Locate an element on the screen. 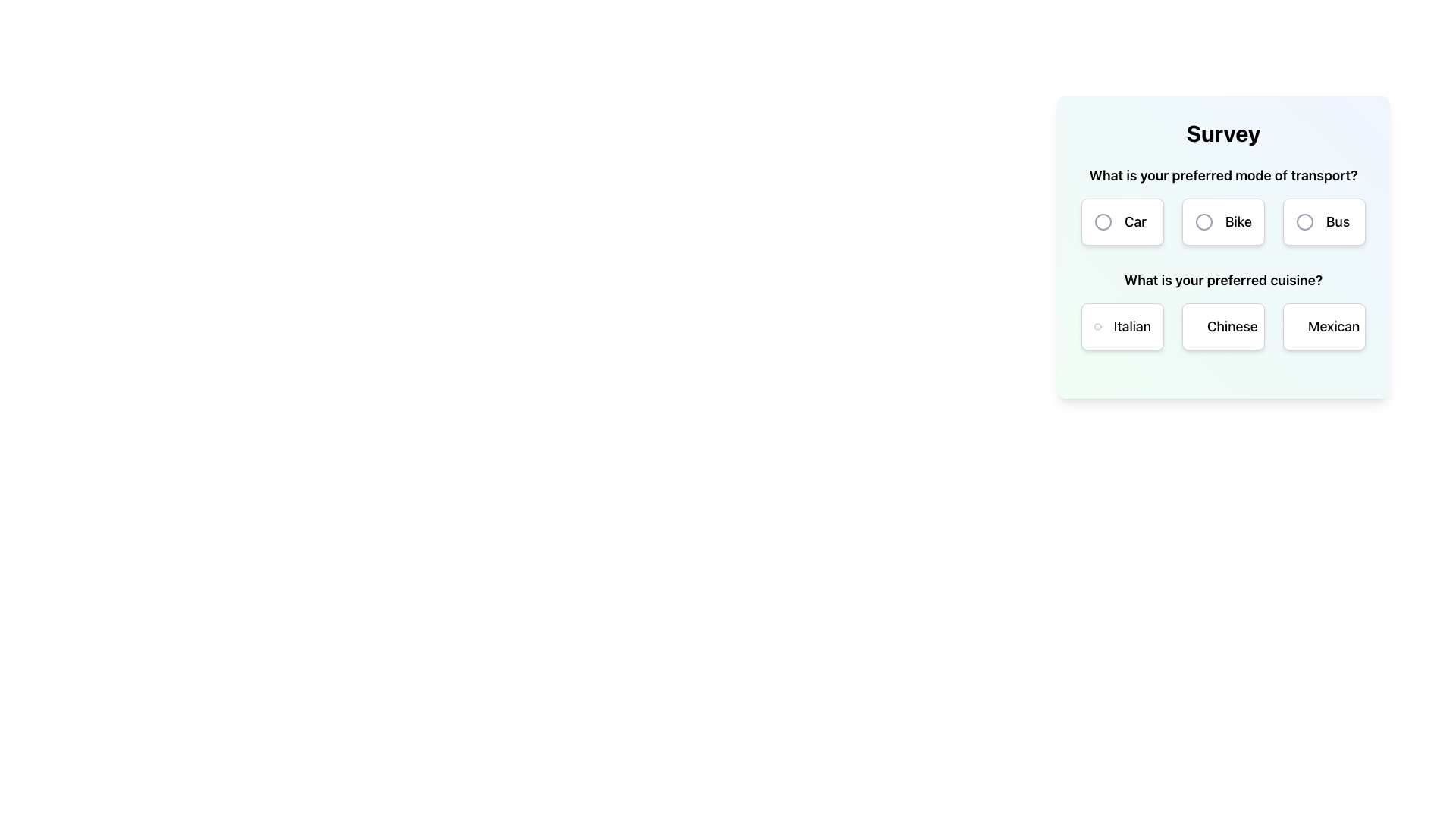 The width and height of the screenshot is (1456, 819). the 'Italian' label, which is the text for the radio button option in the second row of the cuisine selection grid is located at coordinates (1131, 326).